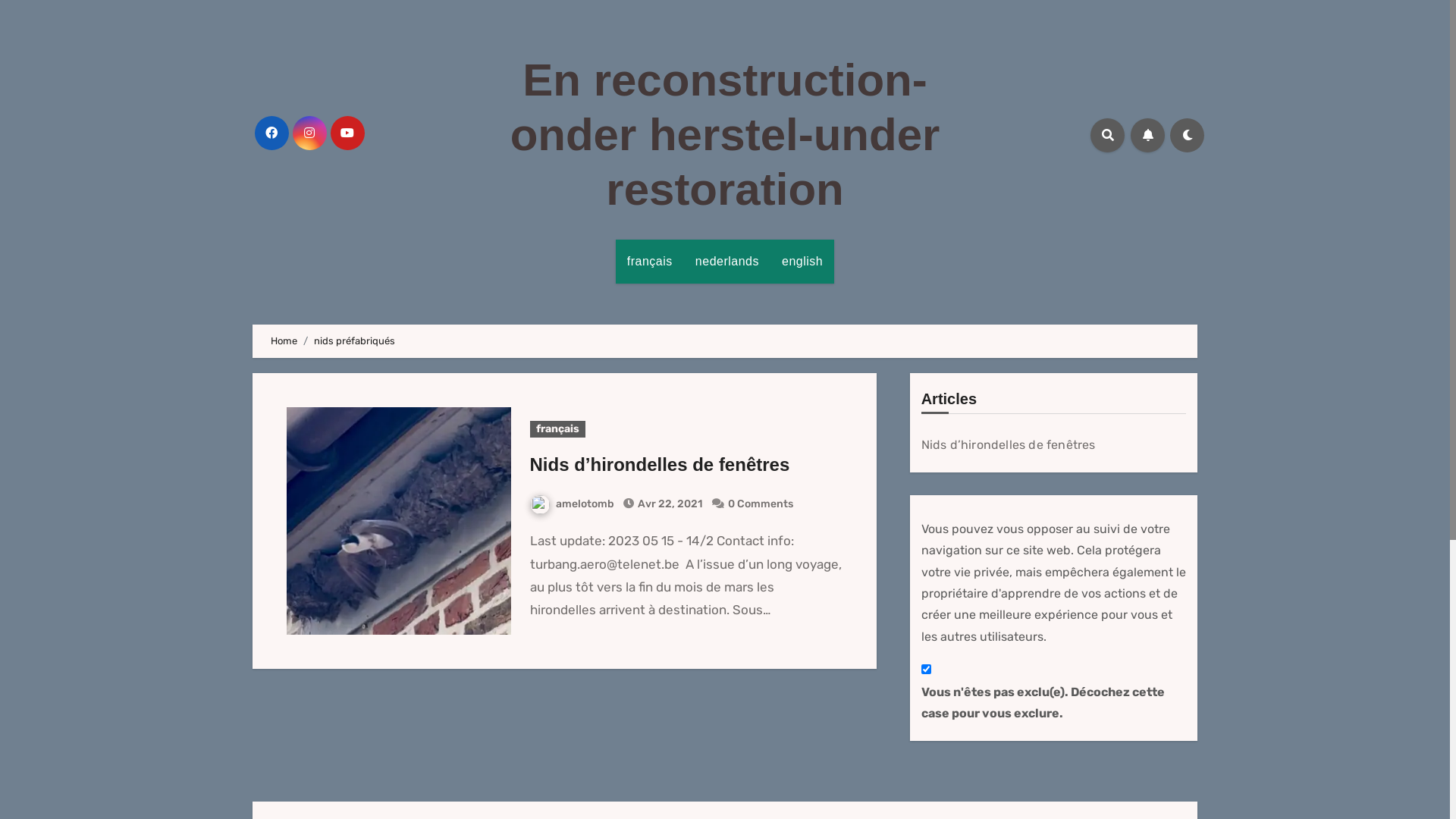  What do you see at coordinates (761, 504) in the screenshot?
I see `'0 Comments'` at bounding box center [761, 504].